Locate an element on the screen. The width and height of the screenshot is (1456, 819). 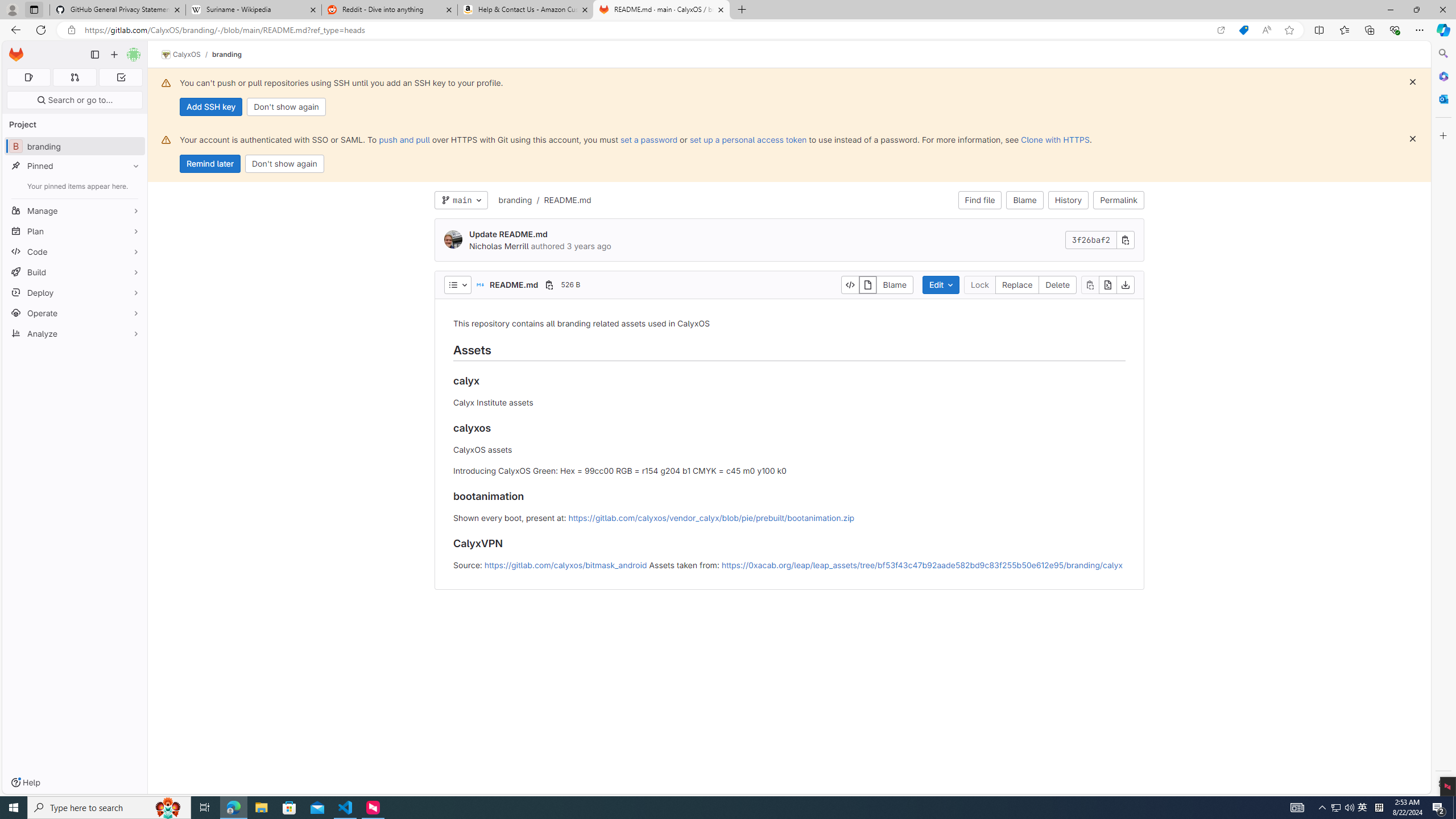
'set up a personal access token' is located at coordinates (747, 139).